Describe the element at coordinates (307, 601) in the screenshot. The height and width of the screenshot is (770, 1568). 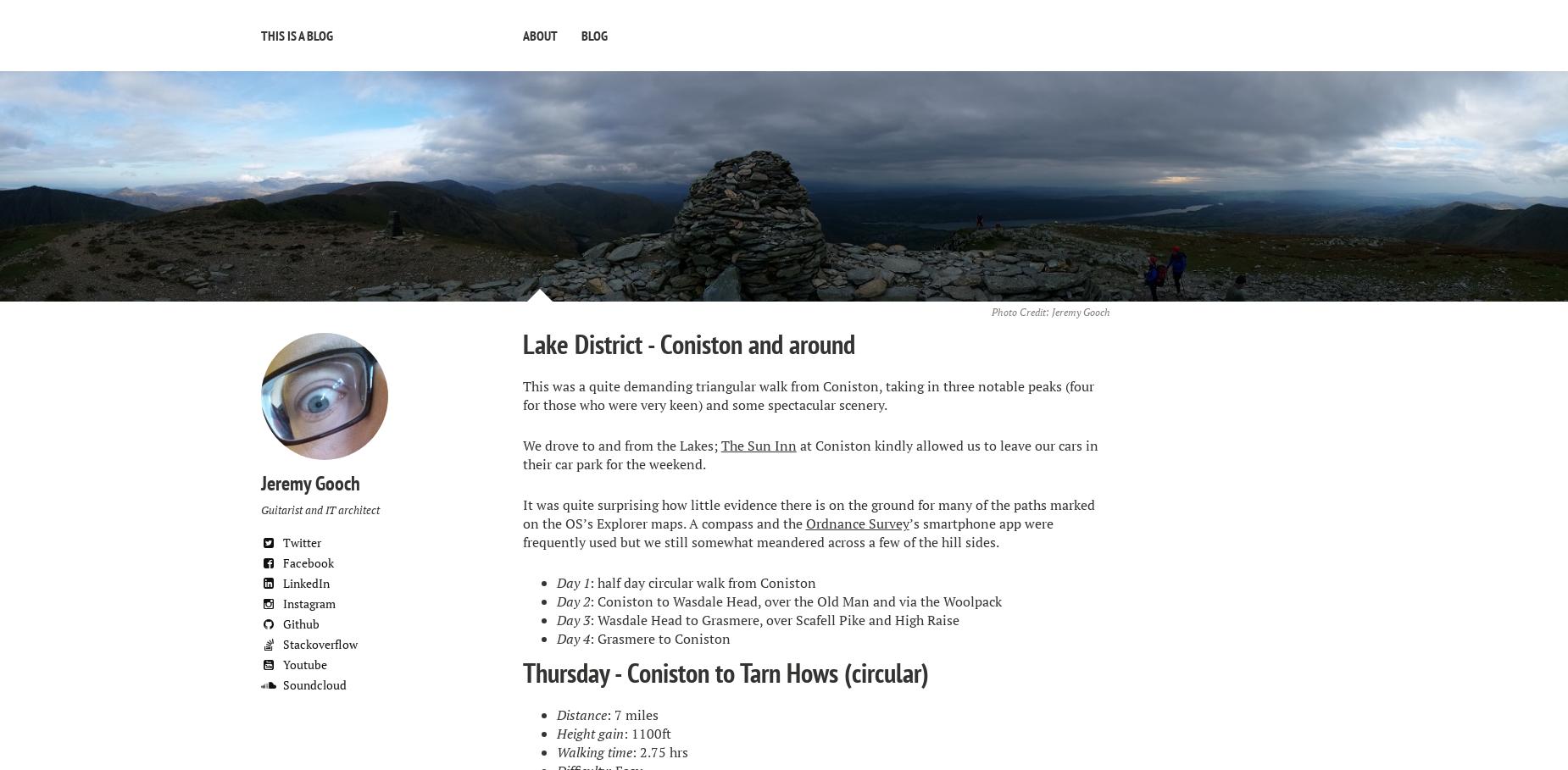
I see `'Instagram'` at that location.